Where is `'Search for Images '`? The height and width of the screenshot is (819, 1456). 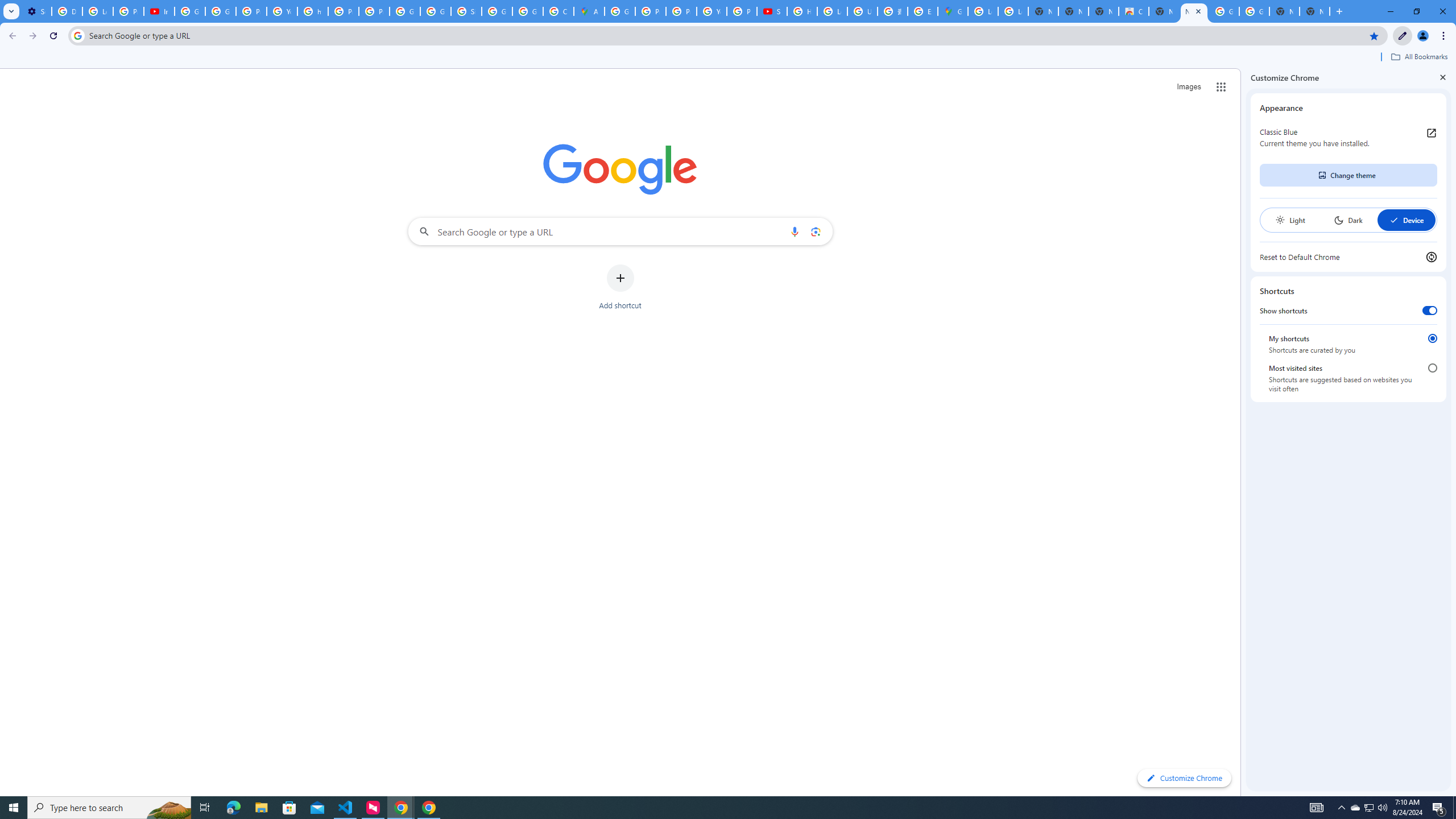 'Search for Images ' is located at coordinates (1189, 87).